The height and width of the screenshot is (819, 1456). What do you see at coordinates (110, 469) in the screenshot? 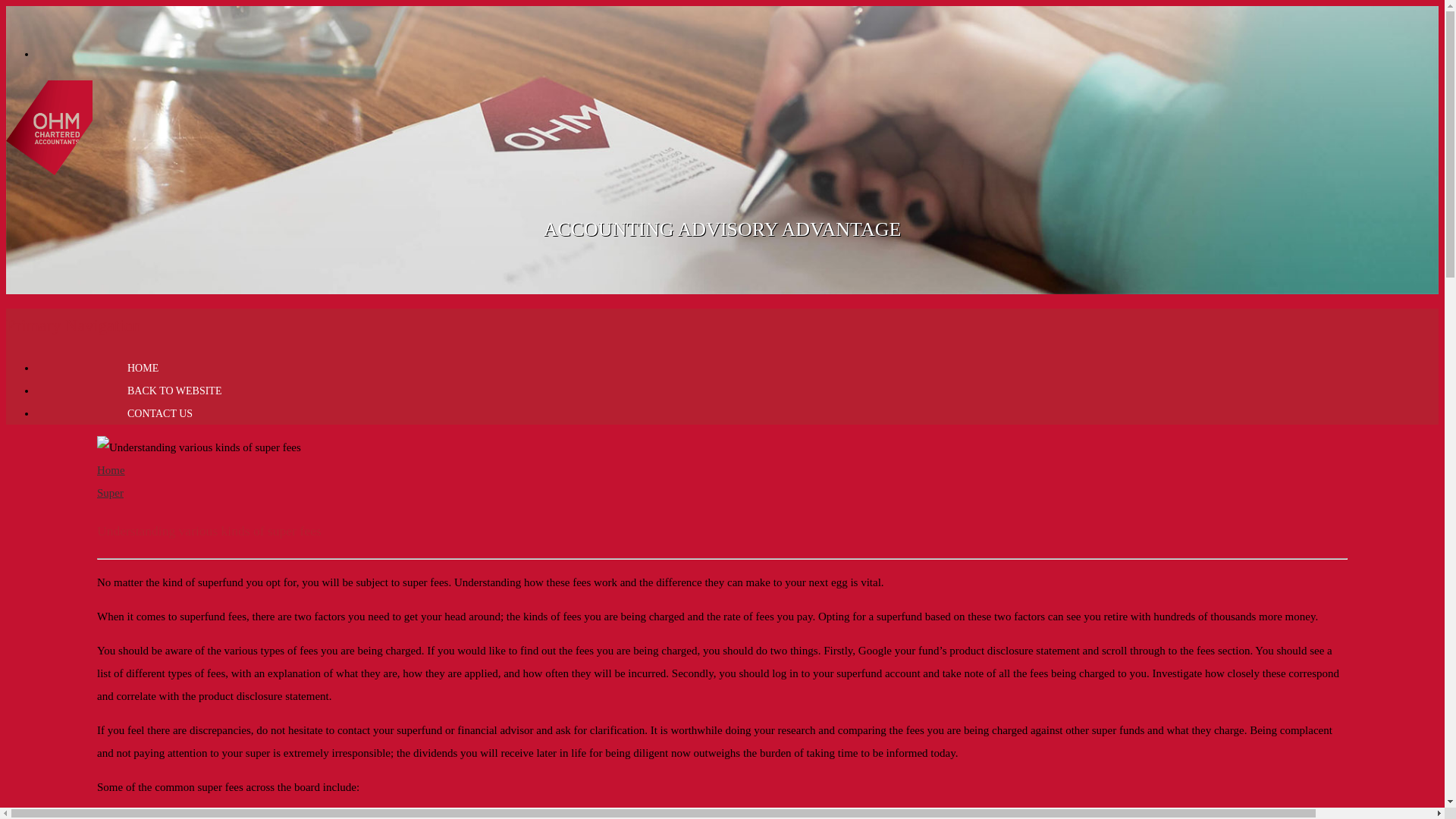
I see `'Home'` at bounding box center [110, 469].